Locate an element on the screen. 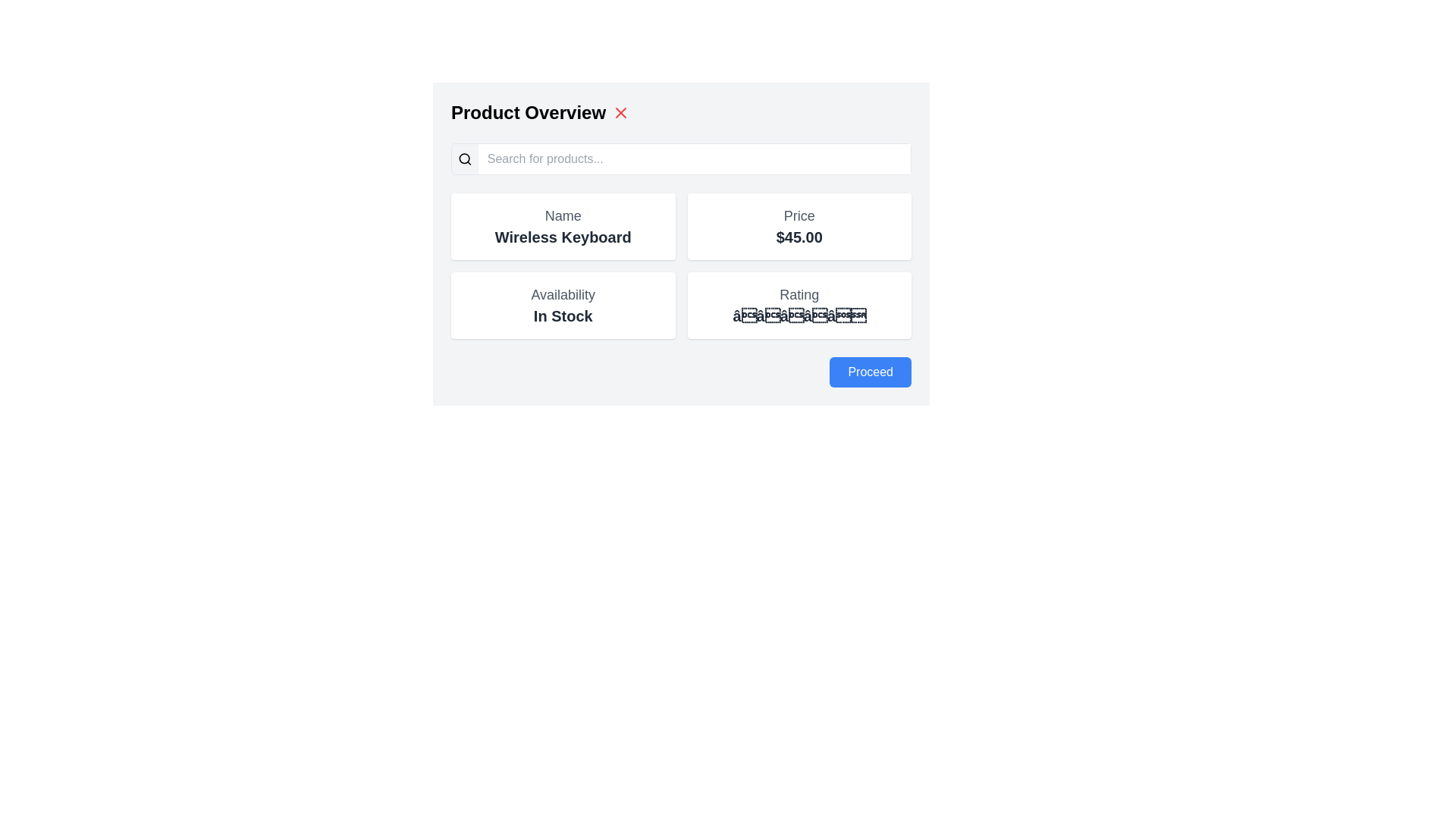  the 'In Stock' text label, which is displayed in bold dark gray font within the 'Availability' panel, located centrally at the bottom of the layout is located at coordinates (562, 315).